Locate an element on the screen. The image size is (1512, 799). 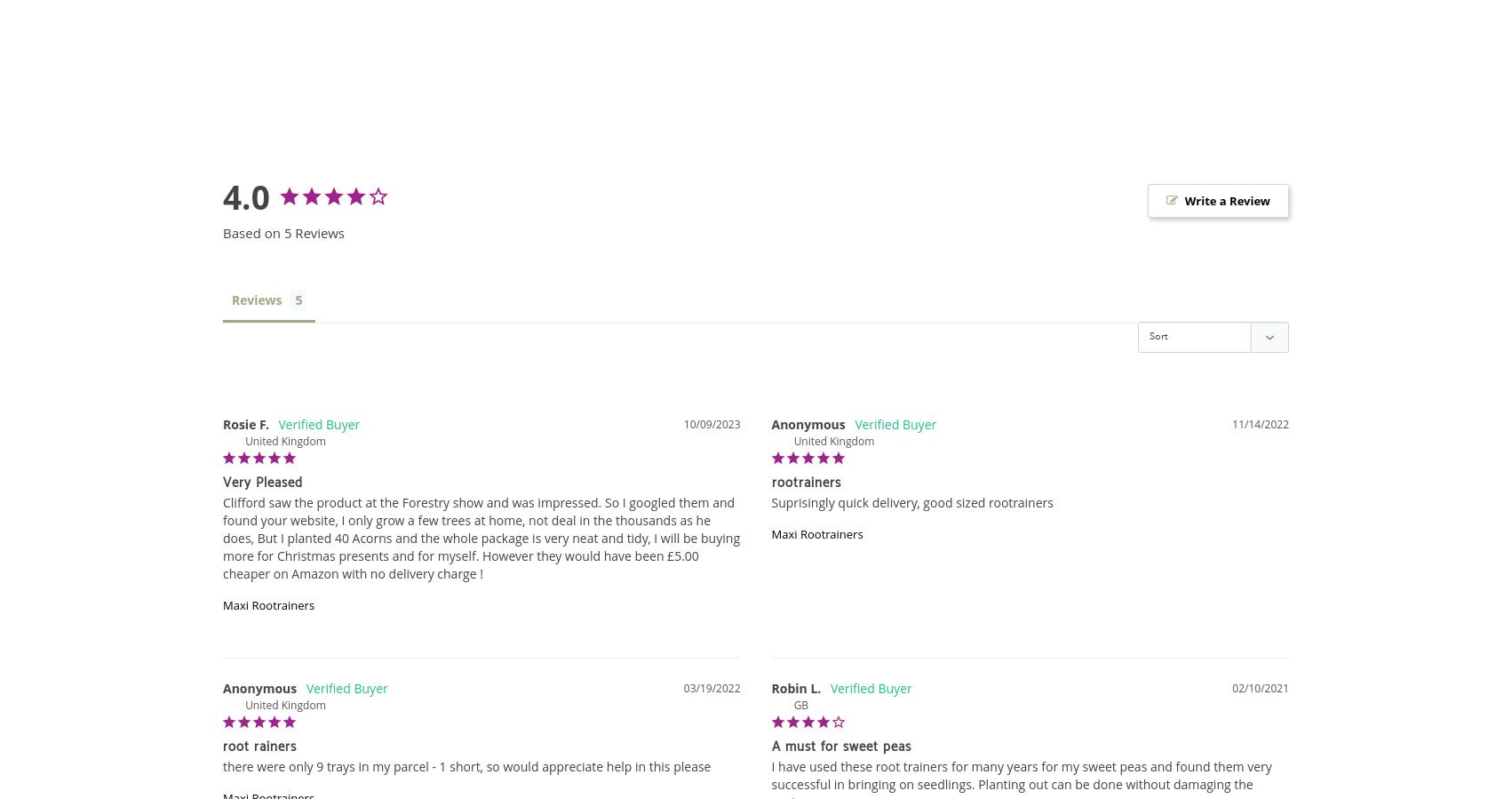
'Clifford saw the product at the Forestry show and was impressed. So I googled them and found your website, I only grow a few trees at home, not deal in the thousands as he does, But I planted 40 Acorns and the whole package is very neat and tidy, I will be buying more for Christmas presents and for myself. However they would have been £5.00 cheaper on Amazon with no delivery charge !' is located at coordinates (481, 536).